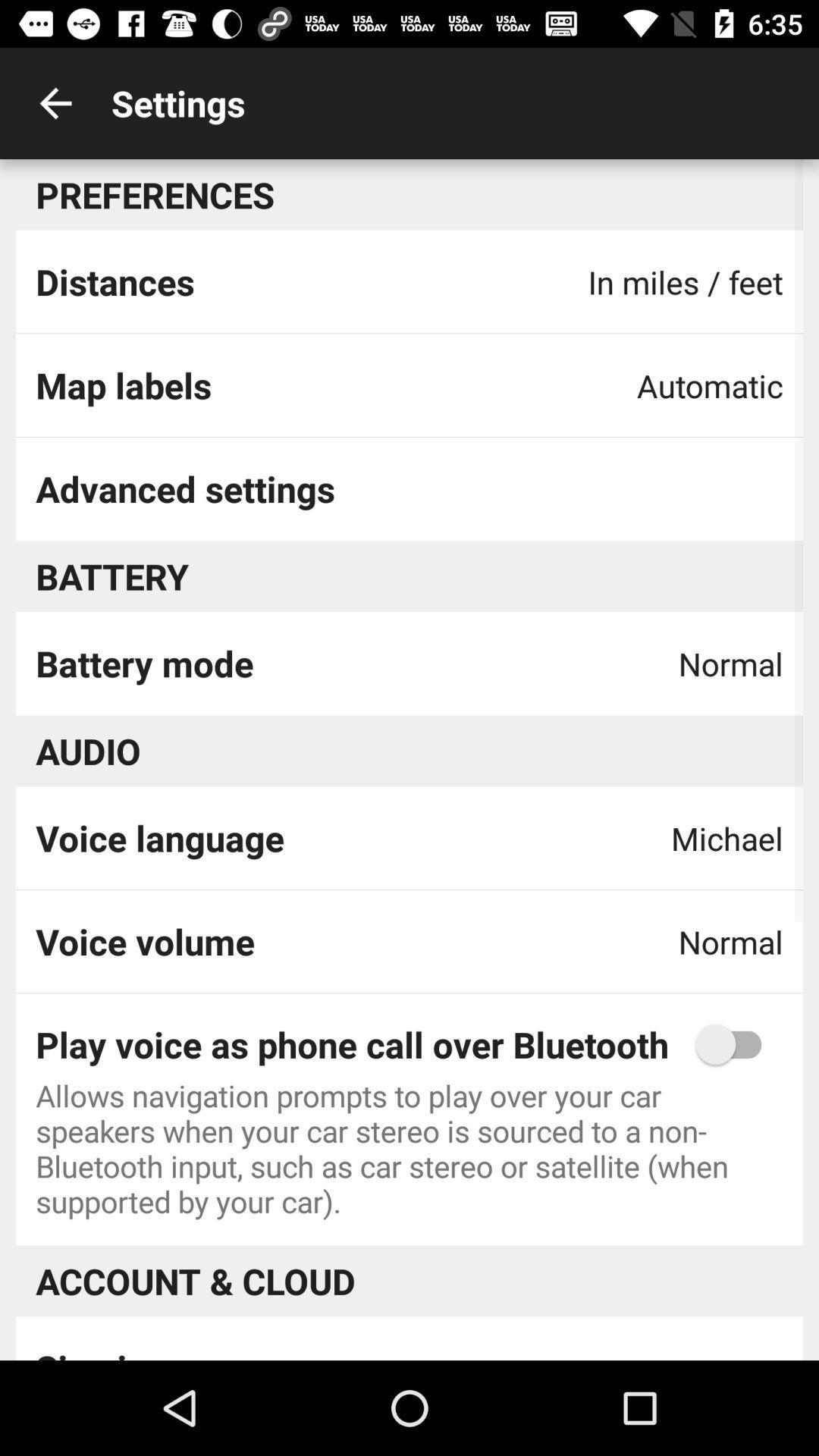 The height and width of the screenshot is (1456, 819). What do you see at coordinates (114, 281) in the screenshot?
I see `distances` at bounding box center [114, 281].